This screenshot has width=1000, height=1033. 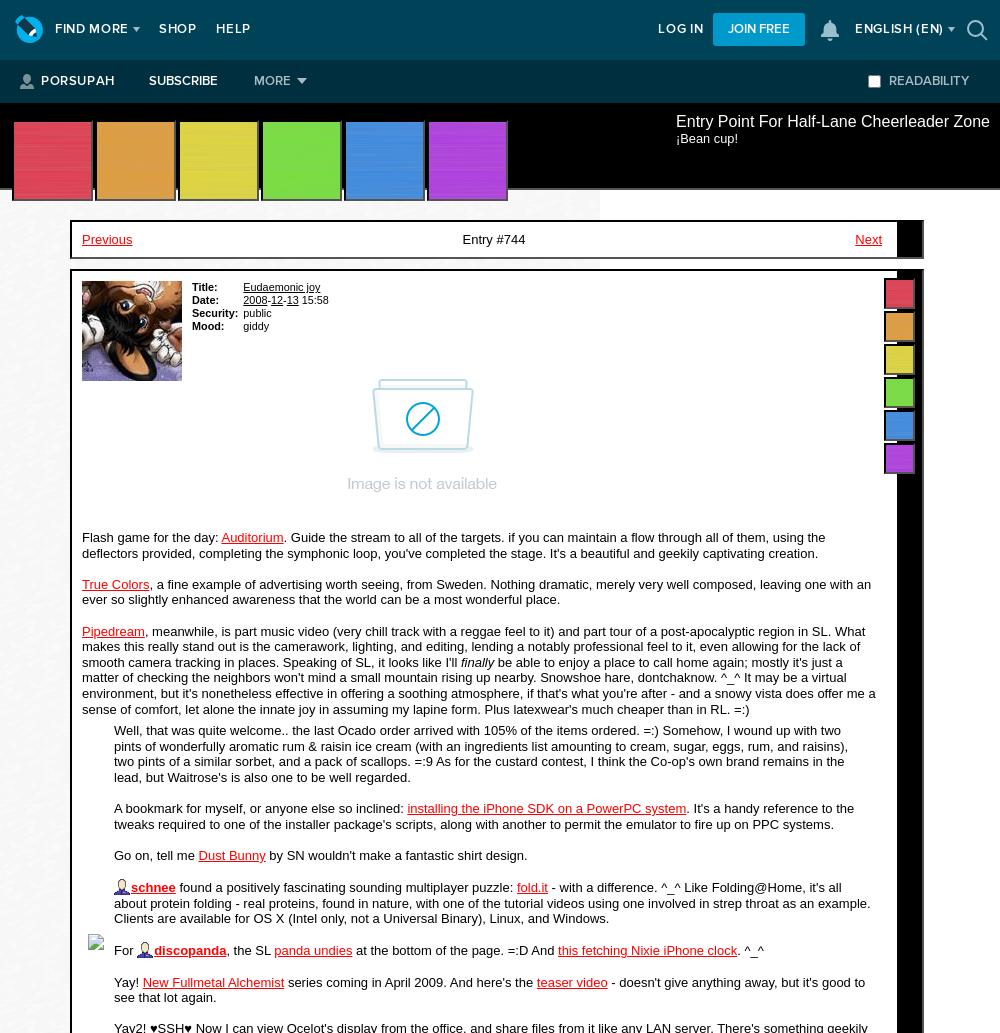 I want to click on 'Readability', so click(x=929, y=81).